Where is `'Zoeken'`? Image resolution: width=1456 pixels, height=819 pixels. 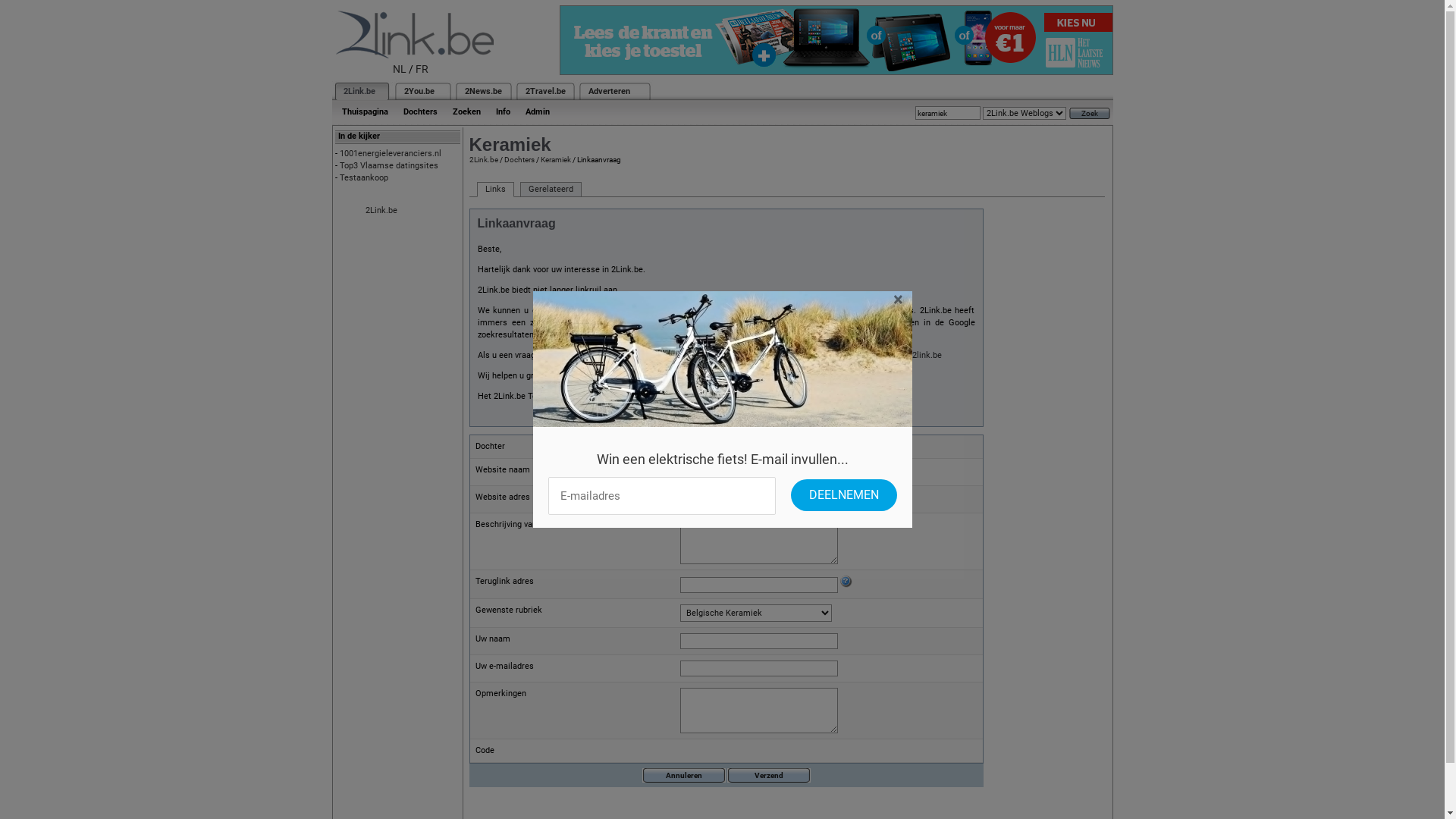 'Zoeken' is located at coordinates (465, 111).